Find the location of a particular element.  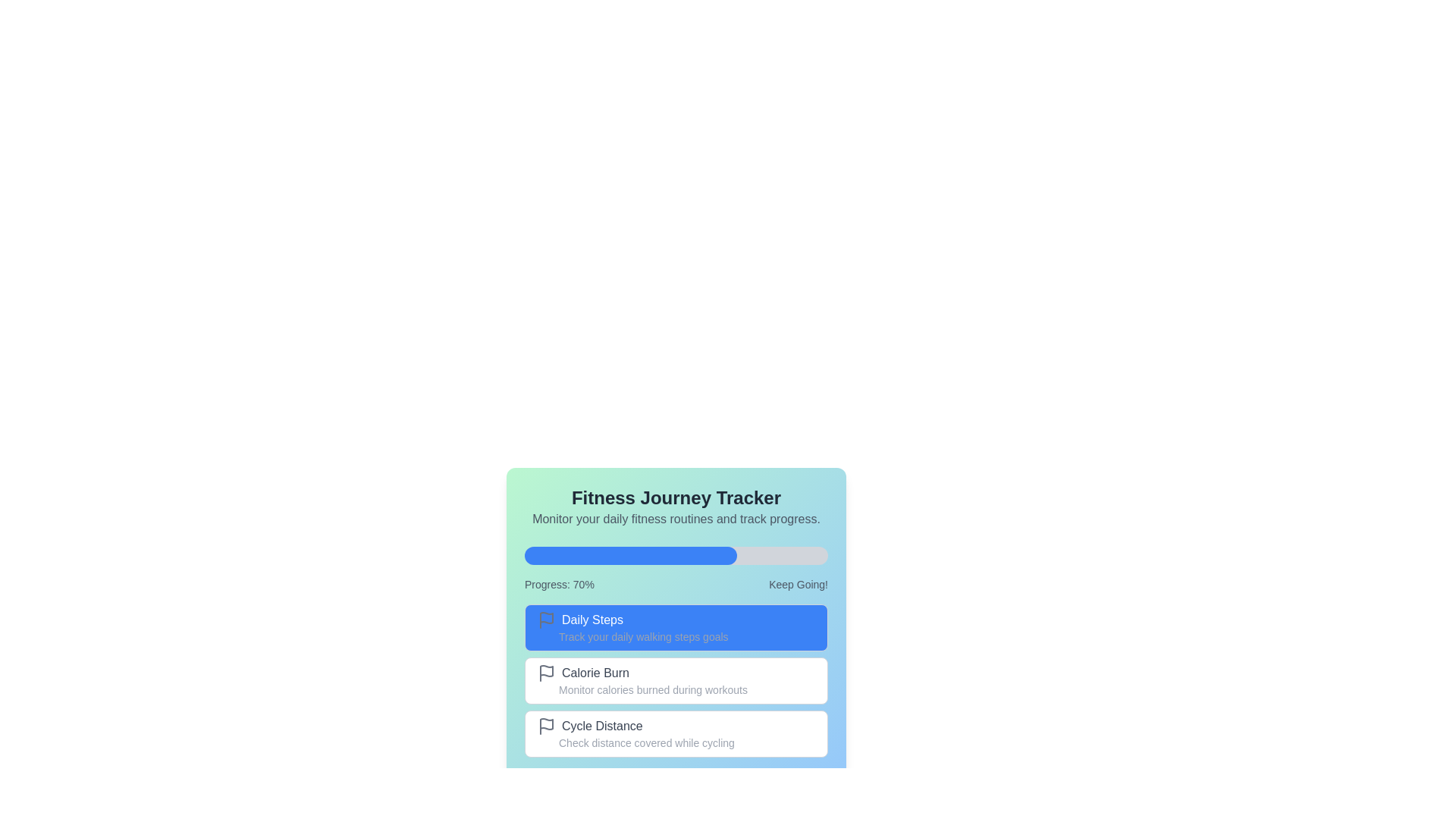

the static text label that reads 'Track your daily walking steps goals', which is displayed in smaller gray font beneath the 'Daily Steps' heading is located at coordinates (686, 637).